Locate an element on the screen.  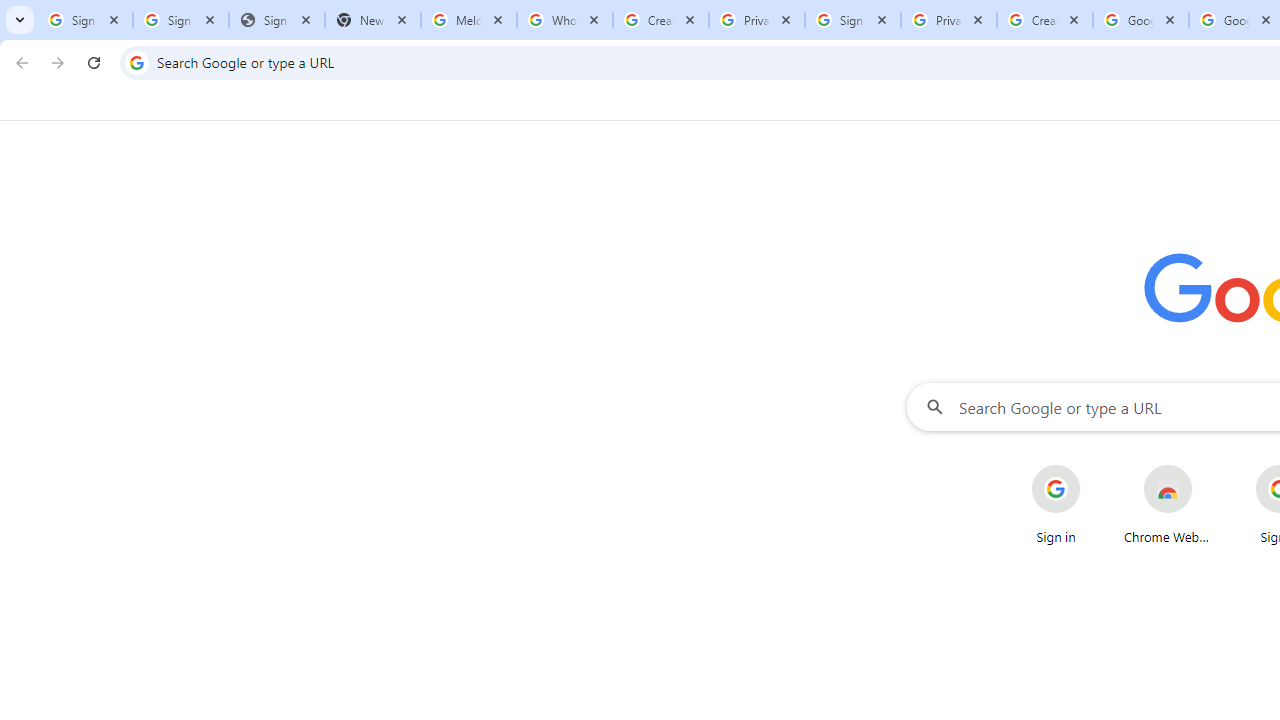
'More actions for Sign in shortcut' is located at coordinates (1094, 466).